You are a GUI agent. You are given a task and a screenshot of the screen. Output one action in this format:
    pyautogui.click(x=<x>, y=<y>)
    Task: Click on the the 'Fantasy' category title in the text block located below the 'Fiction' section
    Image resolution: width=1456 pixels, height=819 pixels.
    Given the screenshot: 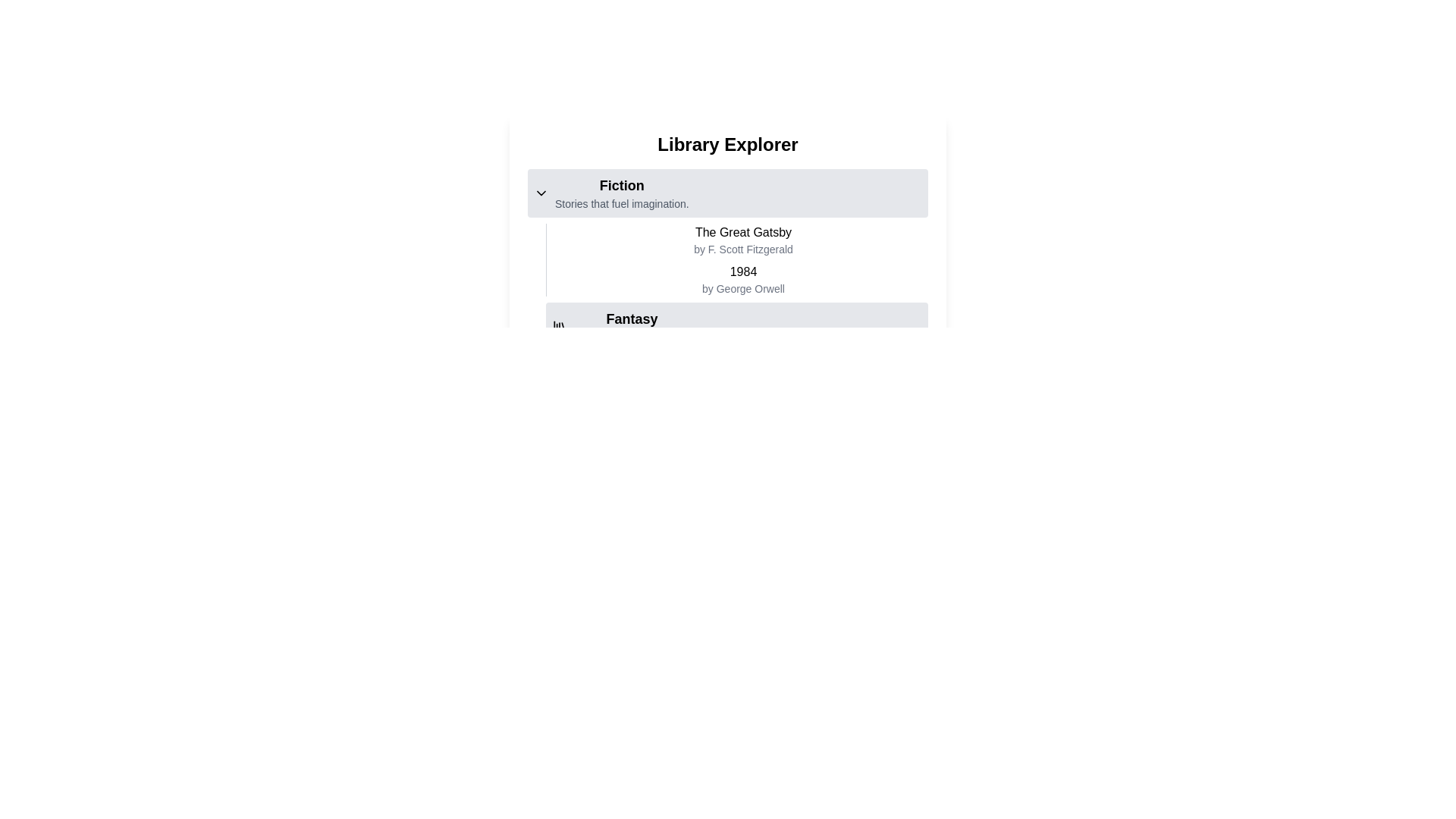 What is the action you would take?
    pyautogui.click(x=632, y=326)
    